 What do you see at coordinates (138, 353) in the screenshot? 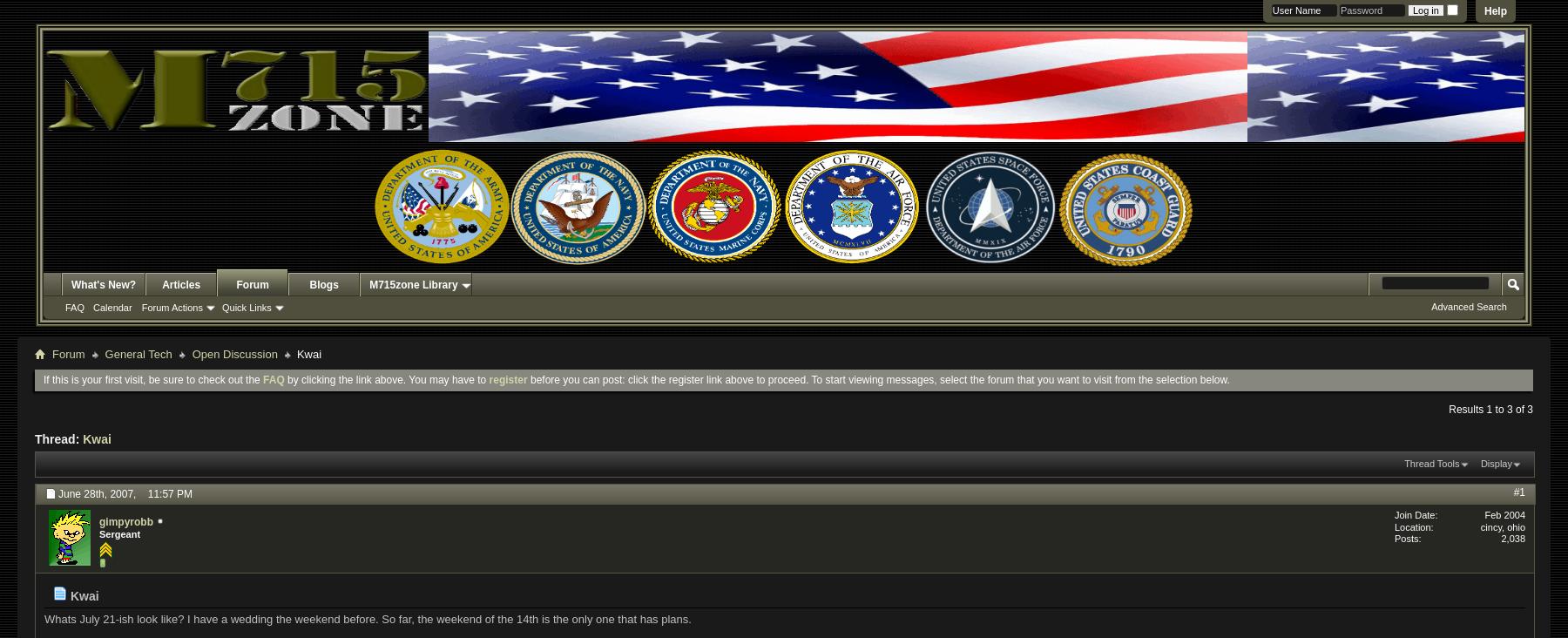
I see `'General Tech'` at bounding box center [138, 353].